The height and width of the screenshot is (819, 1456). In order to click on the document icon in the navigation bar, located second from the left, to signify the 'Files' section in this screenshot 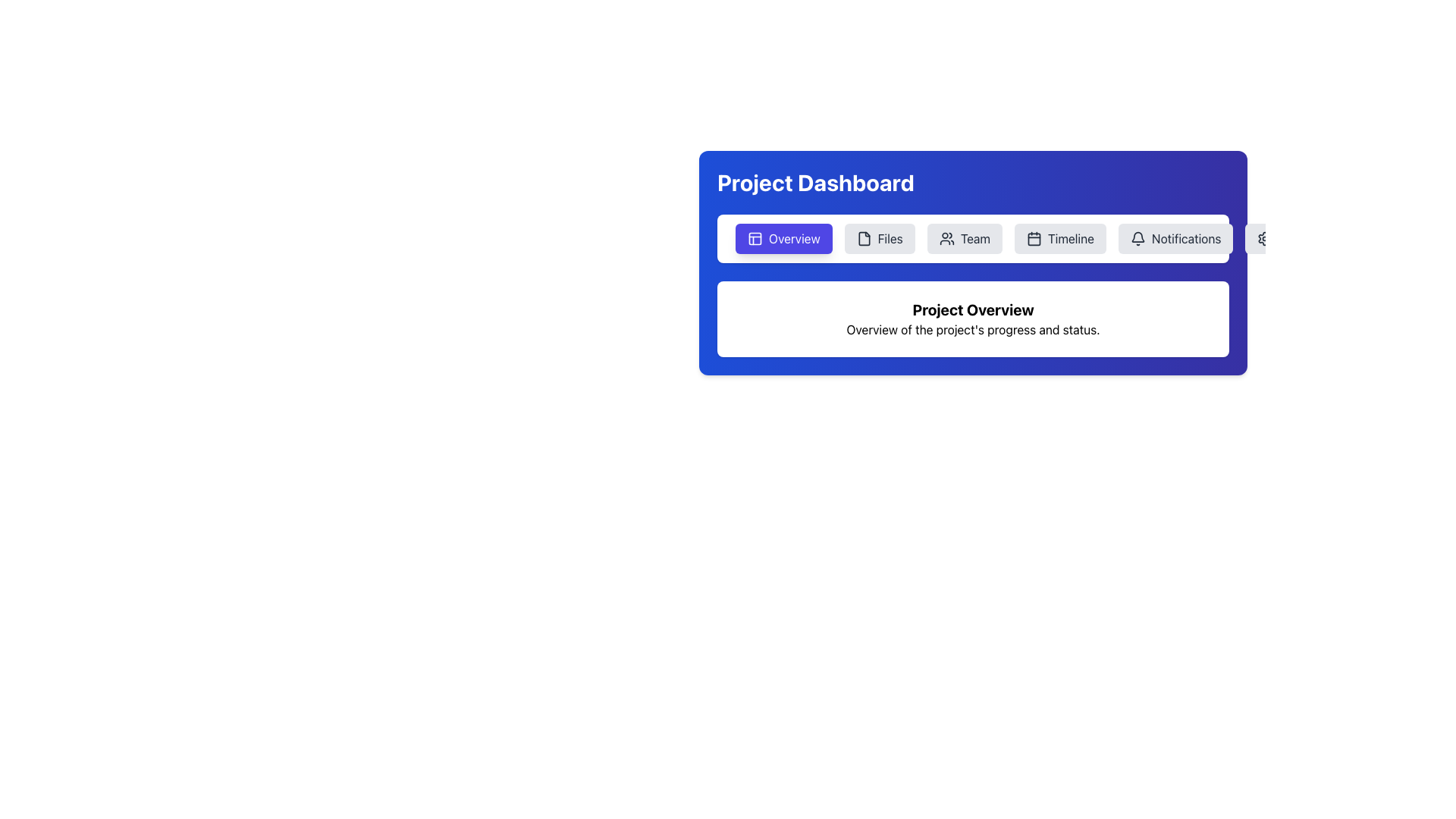, I will do `click(864, 239)`.